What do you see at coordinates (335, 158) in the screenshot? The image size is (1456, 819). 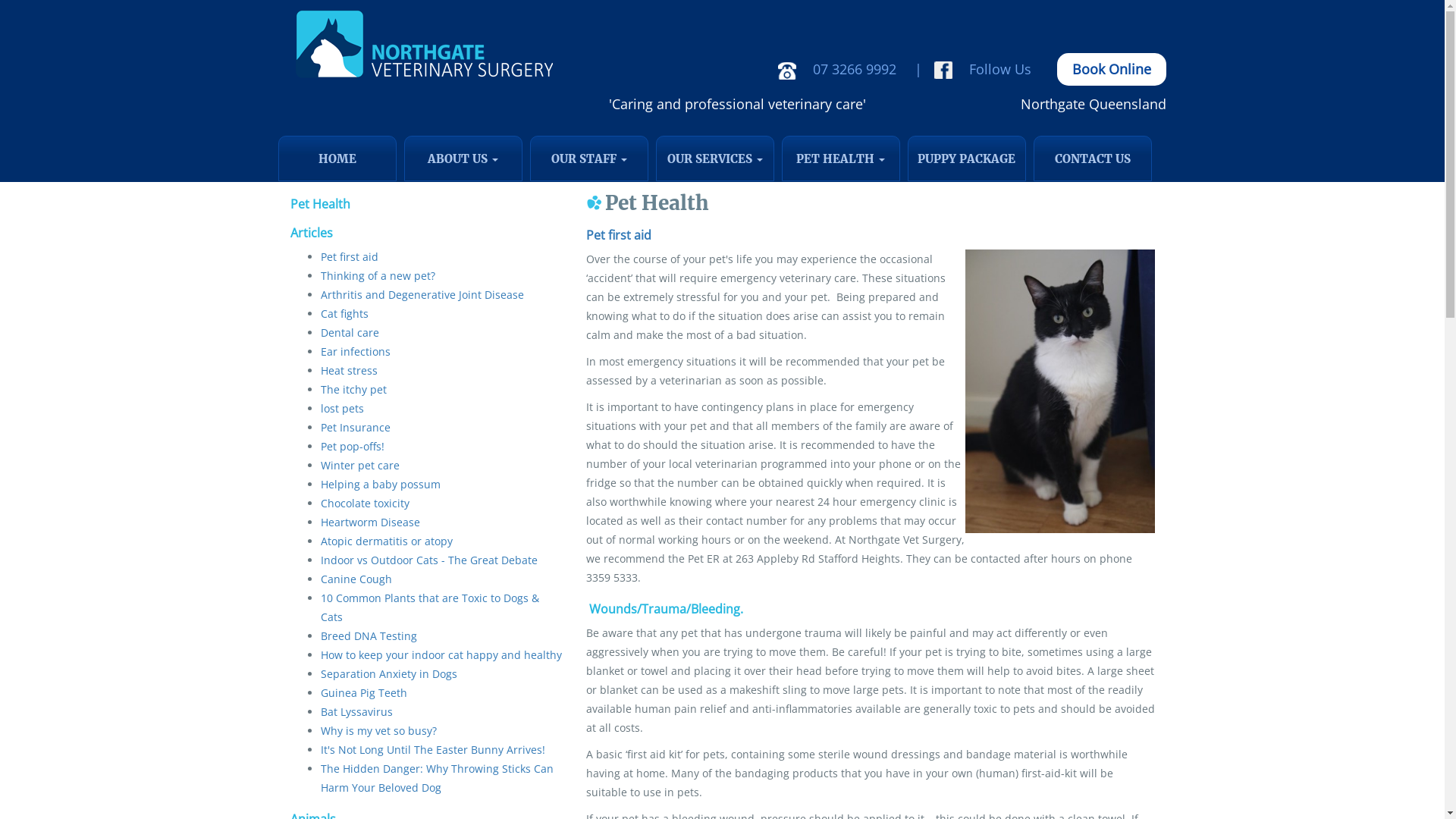 I see `'HOME'` at bounding box center [335, 158].